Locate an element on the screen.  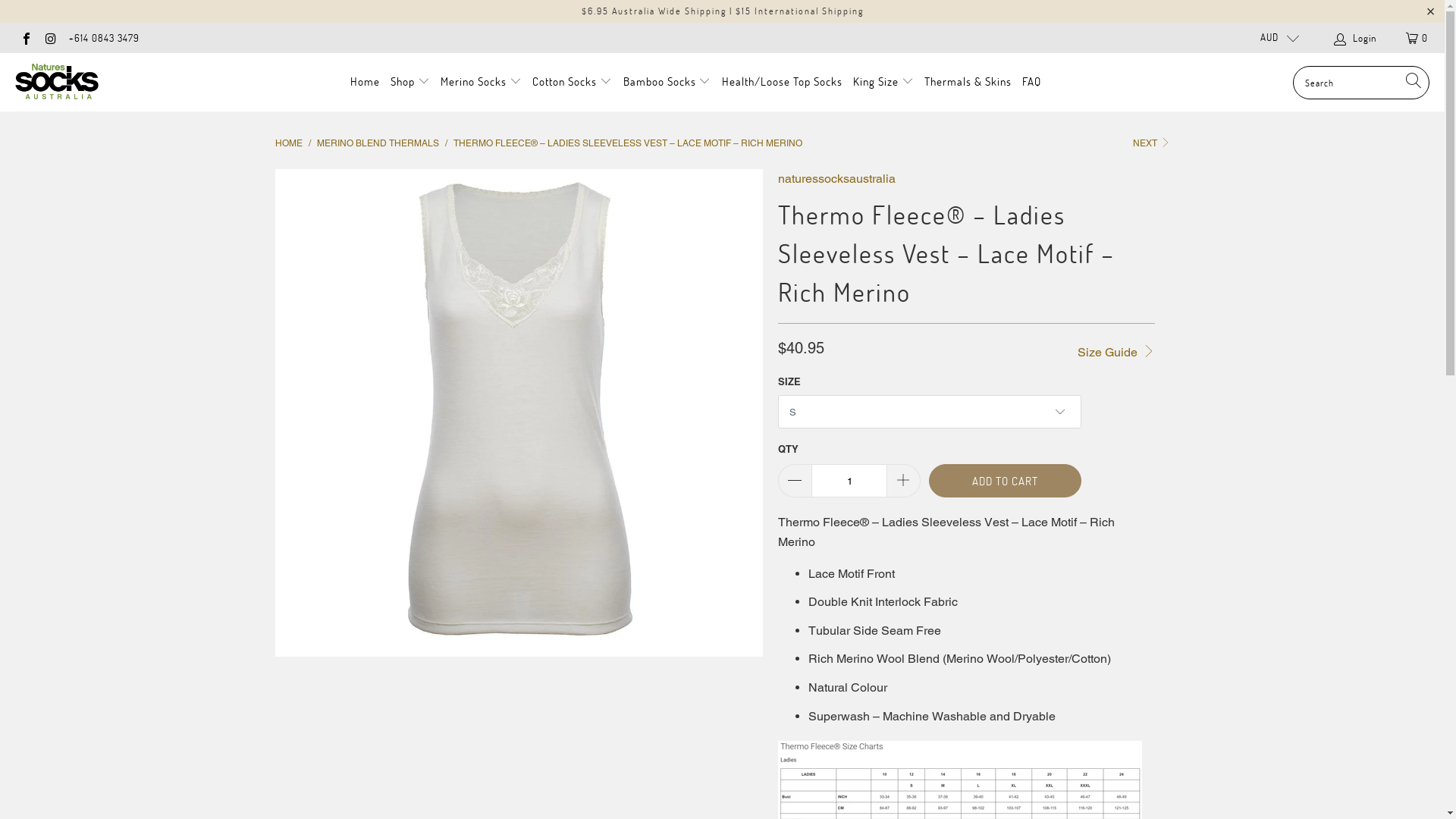
'naturessocksaustralia' is located at coordinates (778, 177).